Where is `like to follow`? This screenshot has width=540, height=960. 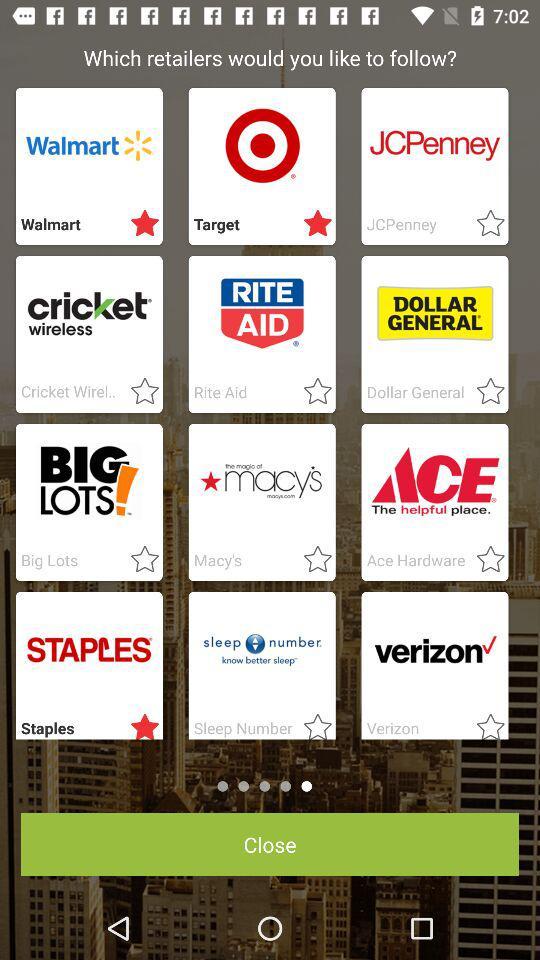
like to follow is located at coordinates (483, 391).